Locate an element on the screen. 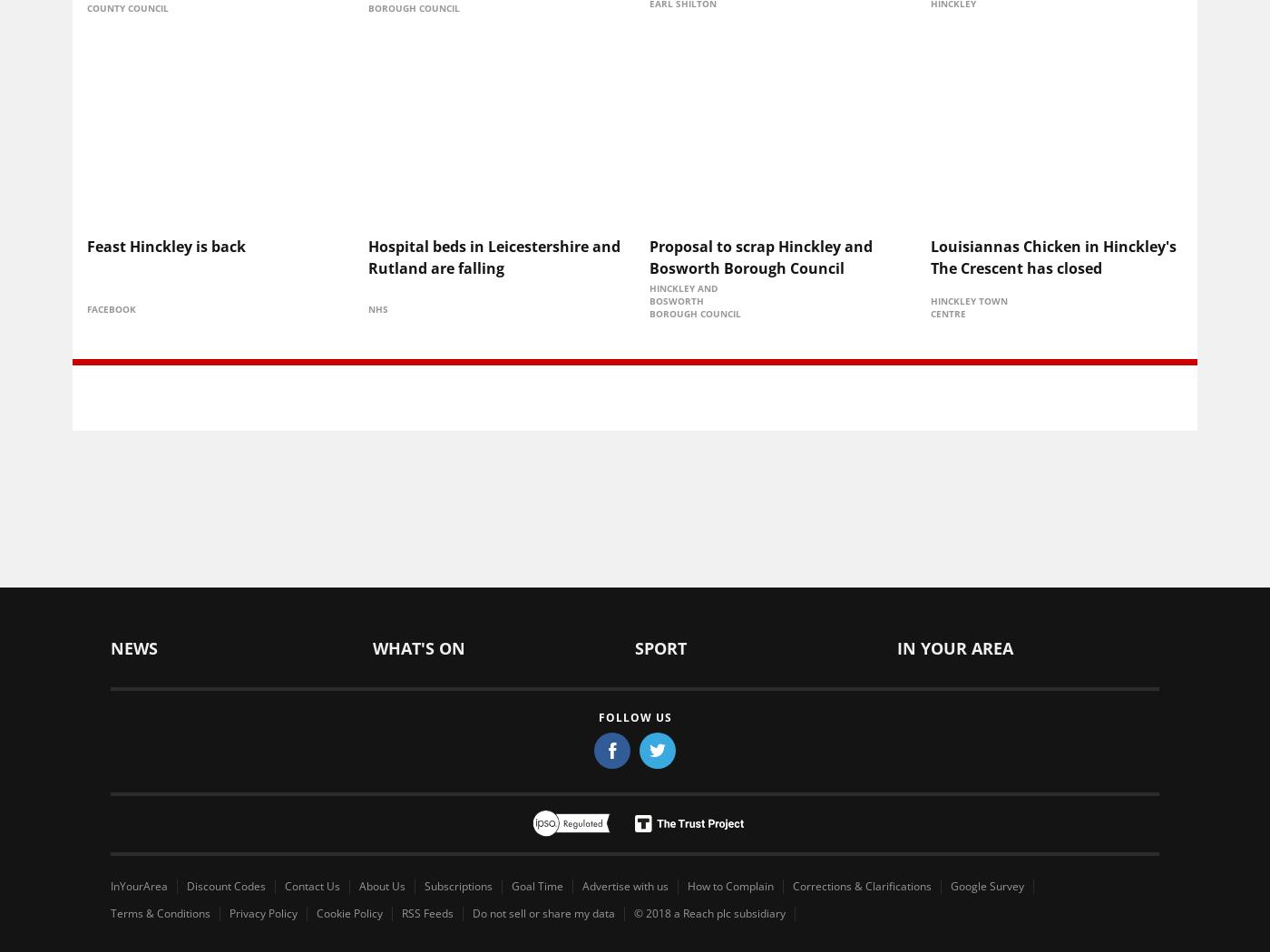  'Louisiannas Chicken in Hinckley's The Crescent has closed' is located at coordinates (1053, 255).